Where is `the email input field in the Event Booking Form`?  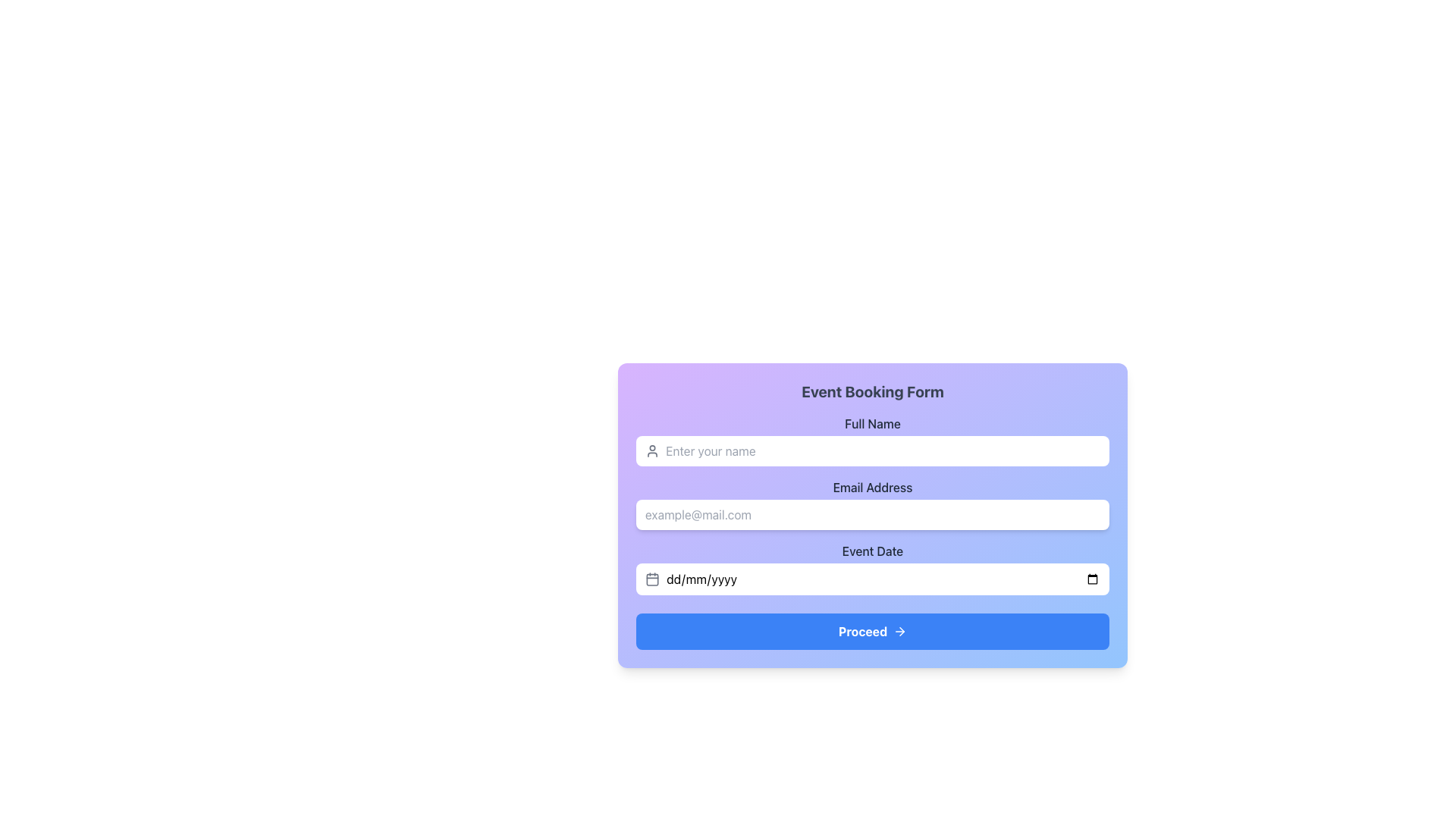 the email input field in the Event Booking Form is located at coordinates (873, 504).